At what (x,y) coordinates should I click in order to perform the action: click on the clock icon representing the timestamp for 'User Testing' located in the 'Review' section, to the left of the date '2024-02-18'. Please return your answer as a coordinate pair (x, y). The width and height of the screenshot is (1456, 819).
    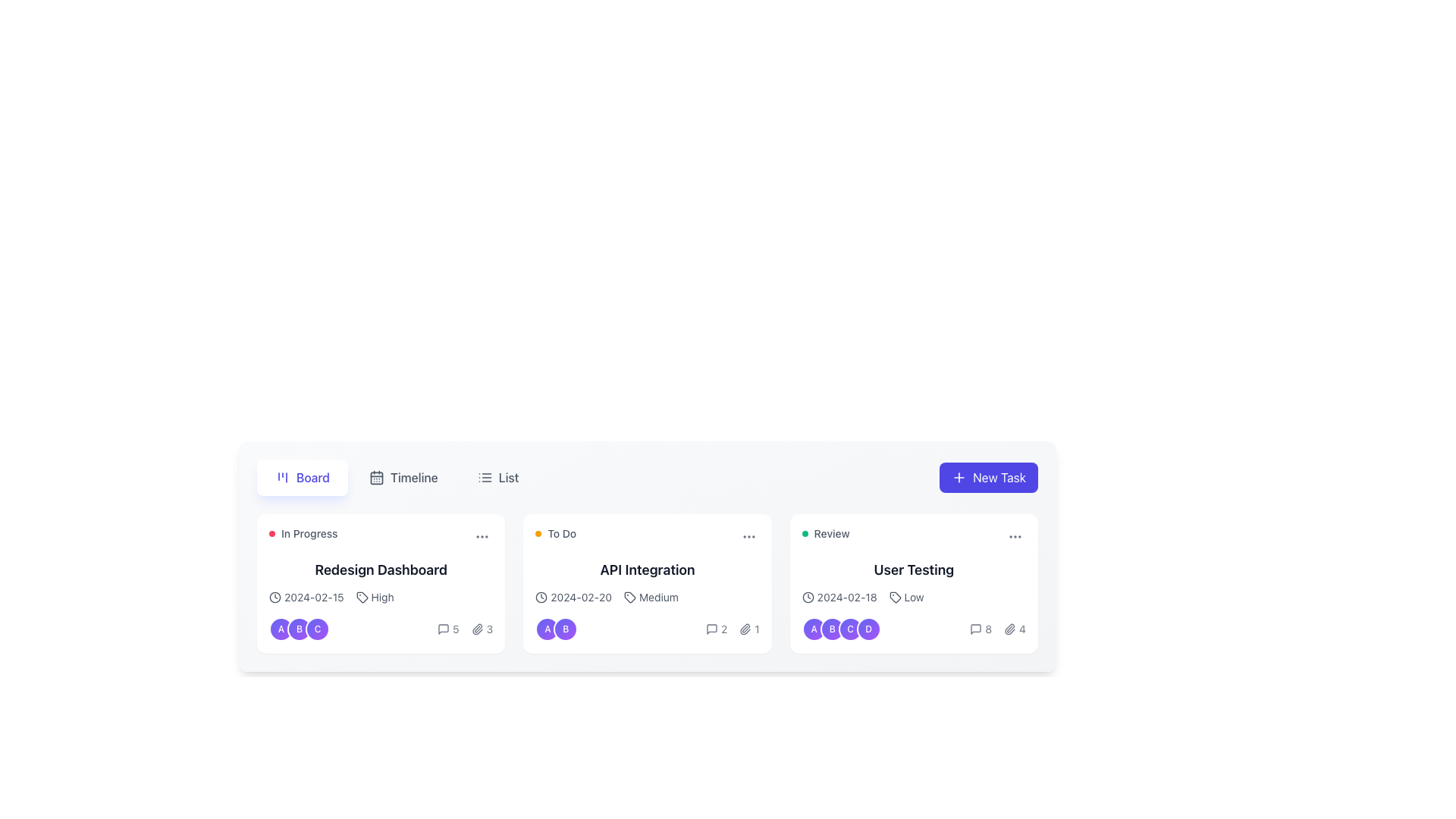
    Looking at the image, I should click on (807, 596).